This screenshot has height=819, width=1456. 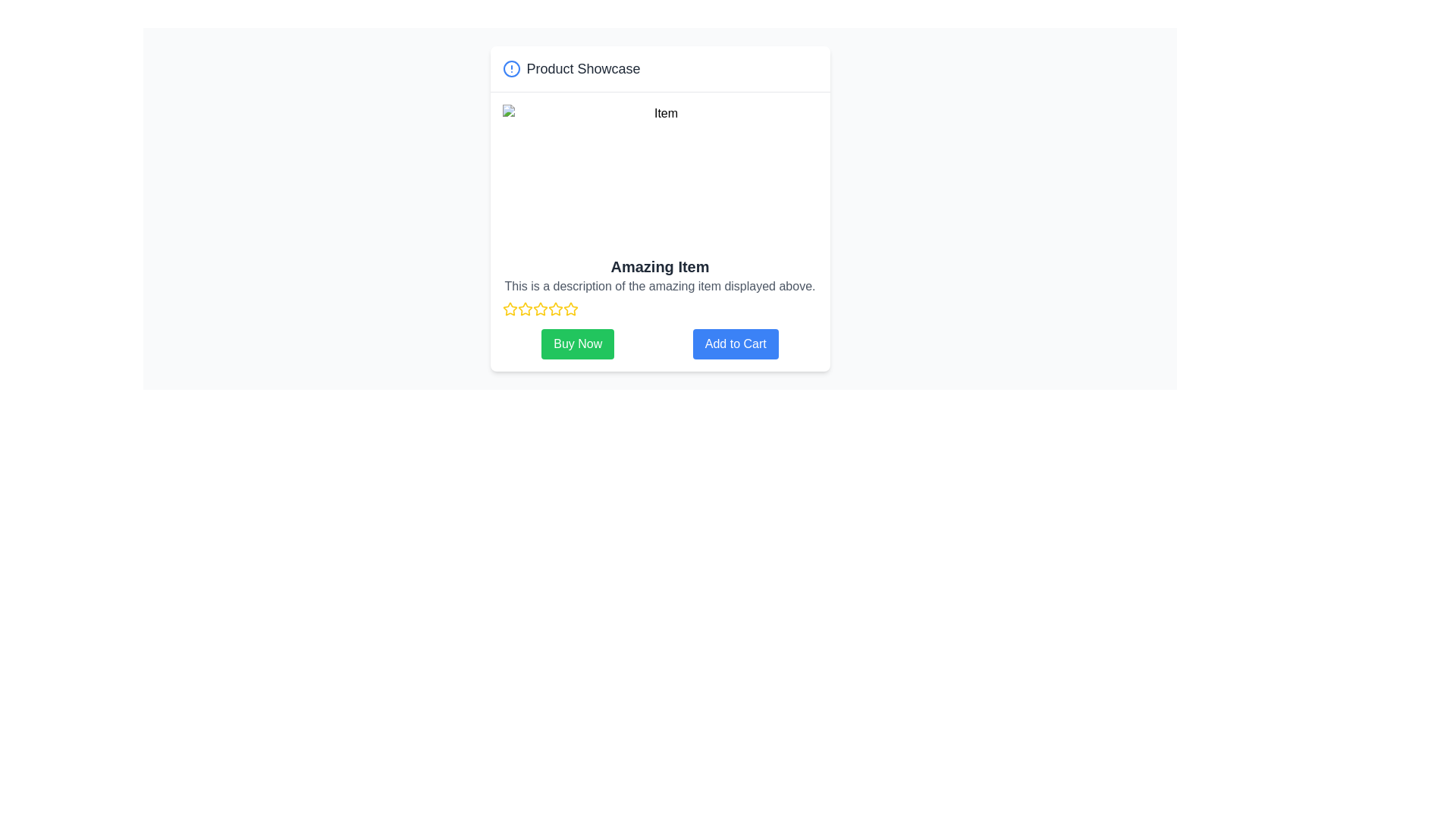 What do you see at coordinates (554, 308) in the screenshot?
I see `the fourth star in the rating system located beneath the heading 'Amazing Item'` at bounding box center [554, 308].